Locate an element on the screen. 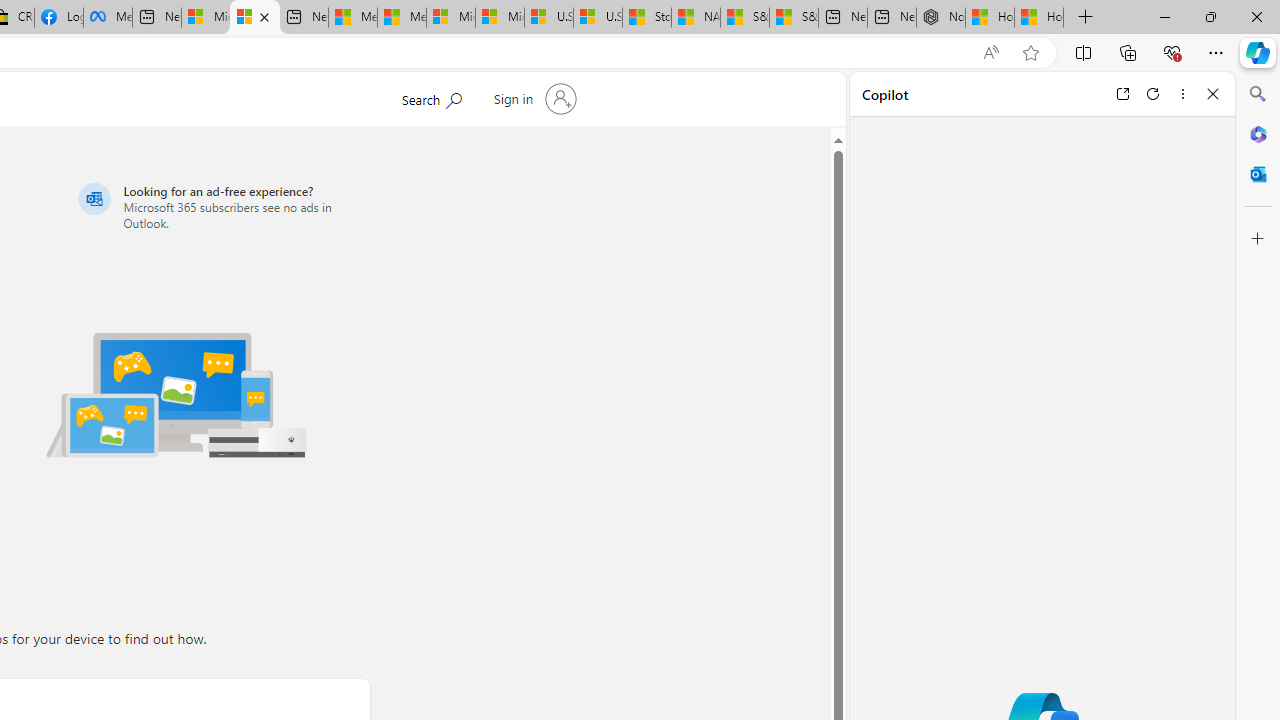  'Illustration of multiple devices' is located at coordinates (176, 394).